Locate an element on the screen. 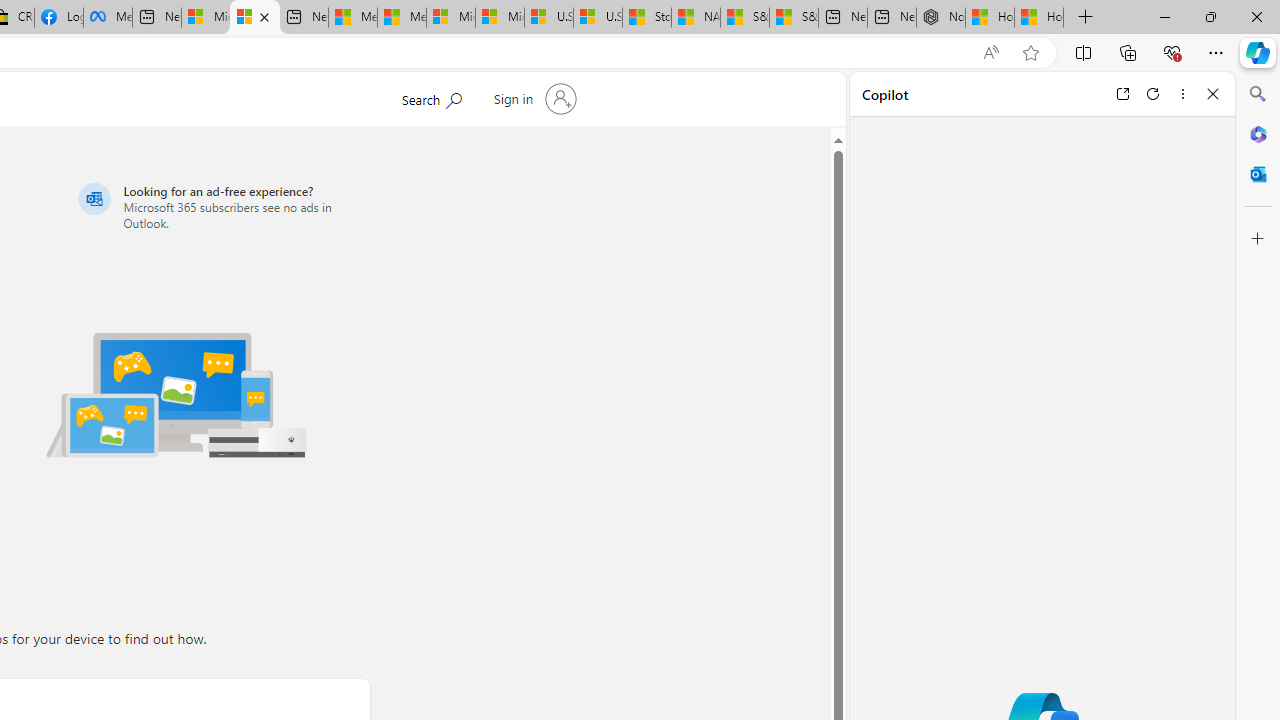  'Illustration of multiple devices' is located at coordinates (176, 394).